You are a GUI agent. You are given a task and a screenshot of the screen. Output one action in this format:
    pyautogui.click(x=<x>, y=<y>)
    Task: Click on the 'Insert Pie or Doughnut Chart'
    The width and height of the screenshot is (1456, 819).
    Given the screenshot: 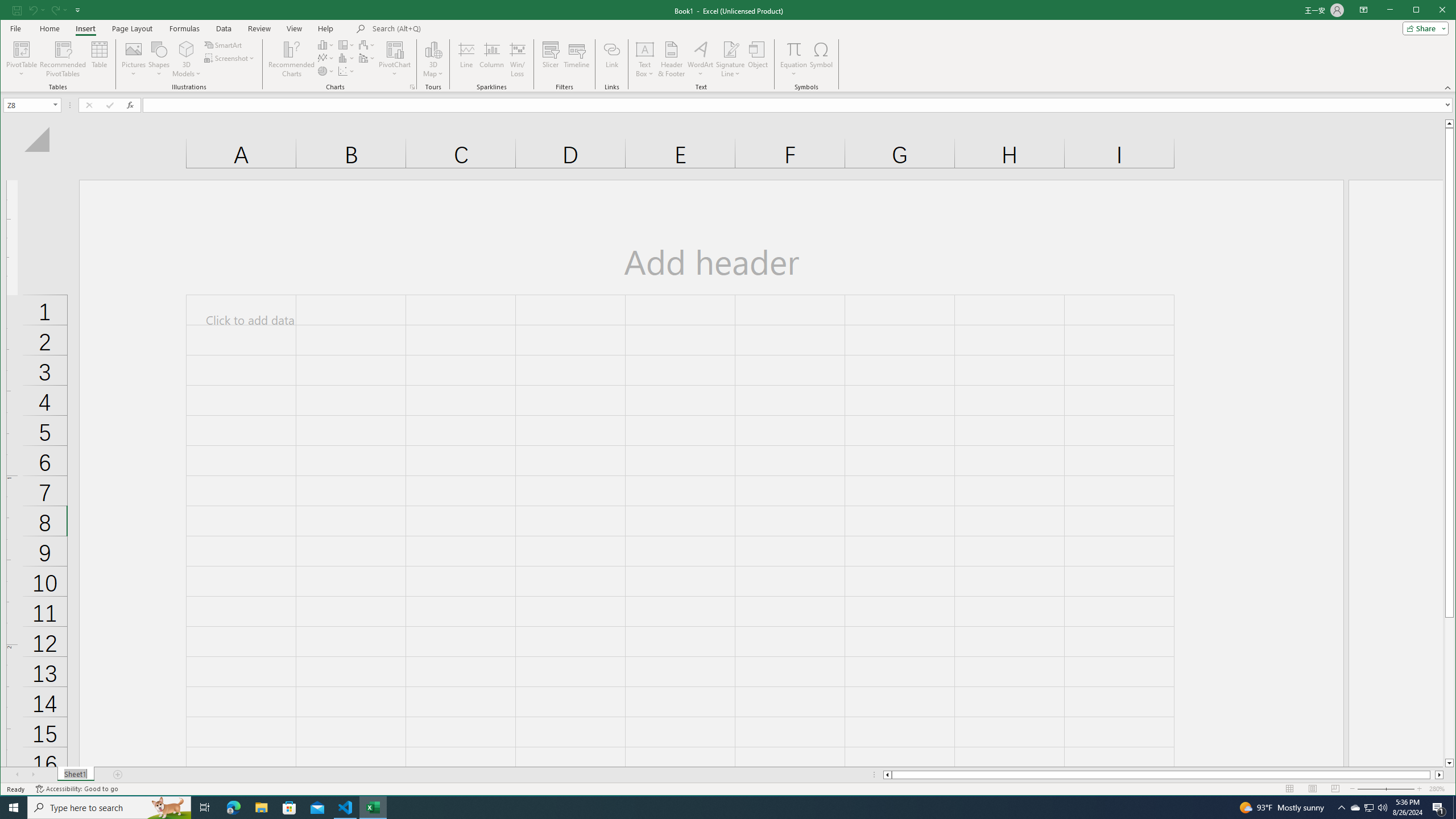 What is the action you would take?
    pyautogui.click(x=346, y=58)
    